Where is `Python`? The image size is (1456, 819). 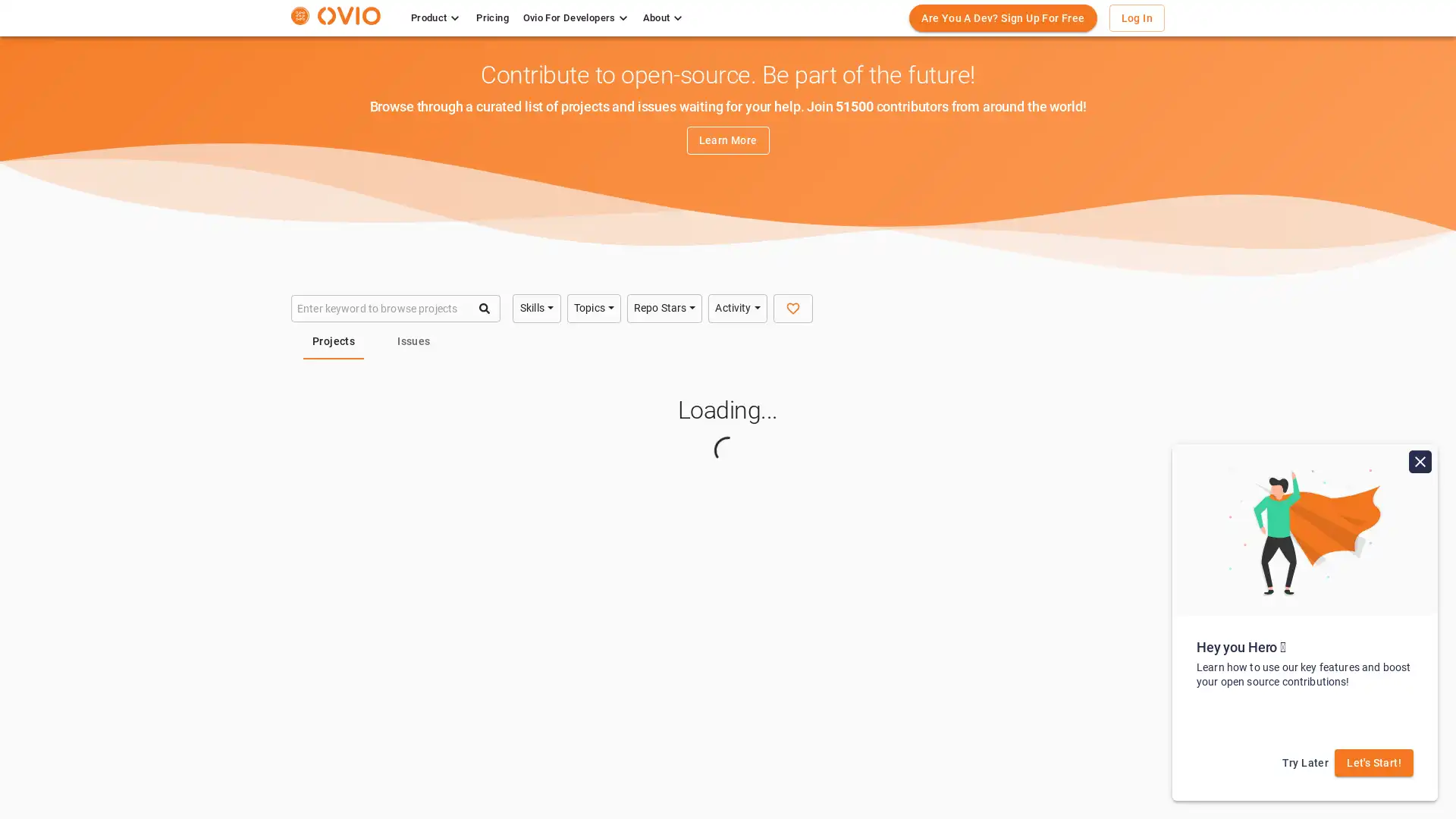
Python is located at coordinates (996, 648).